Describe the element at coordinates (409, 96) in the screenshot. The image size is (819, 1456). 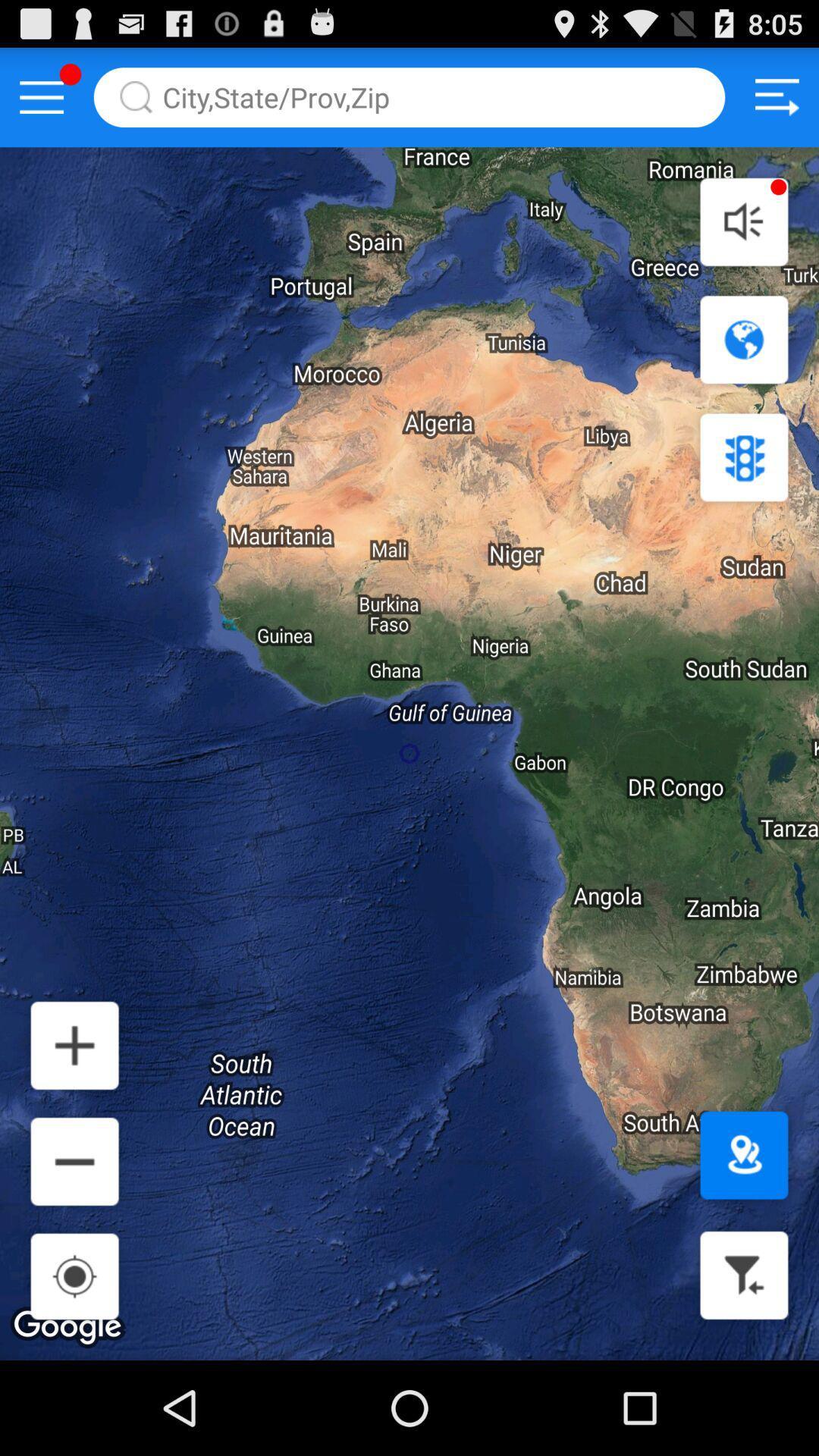
I see `search` at that location.